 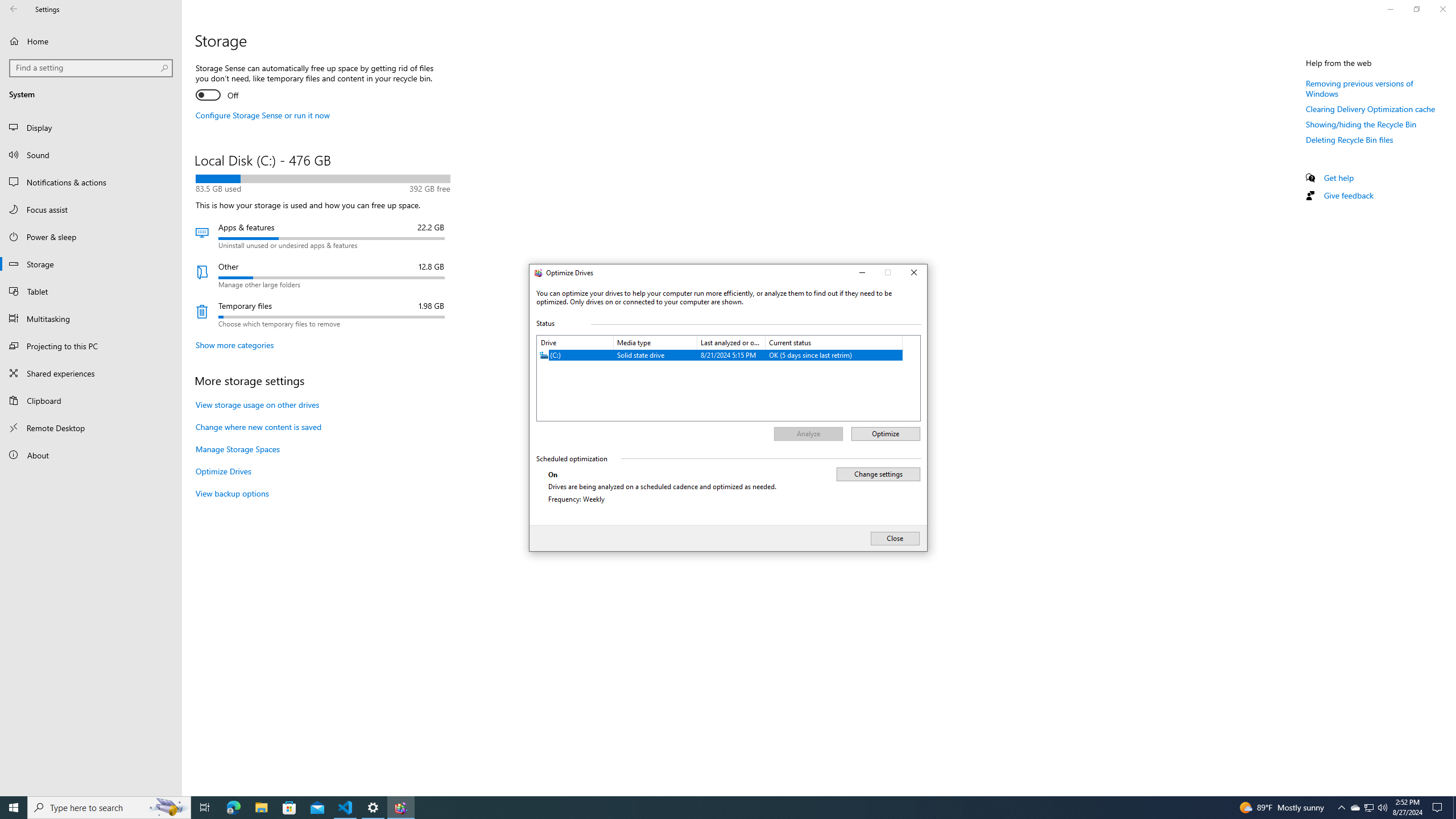 I want to click on 'Task View', so click(x=204, y=806).